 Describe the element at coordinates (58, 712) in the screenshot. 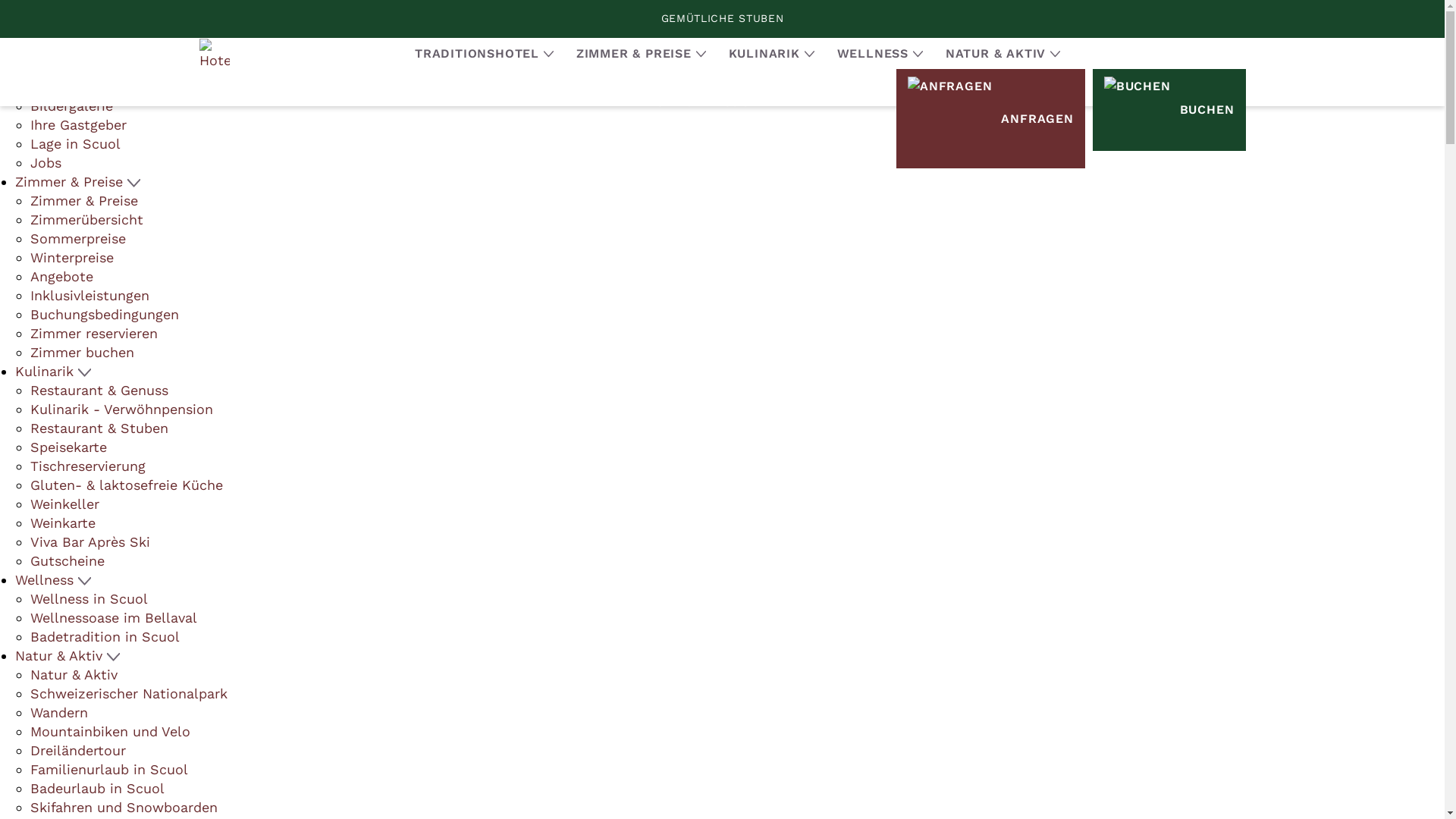

I see `'Wandern'` at that location.